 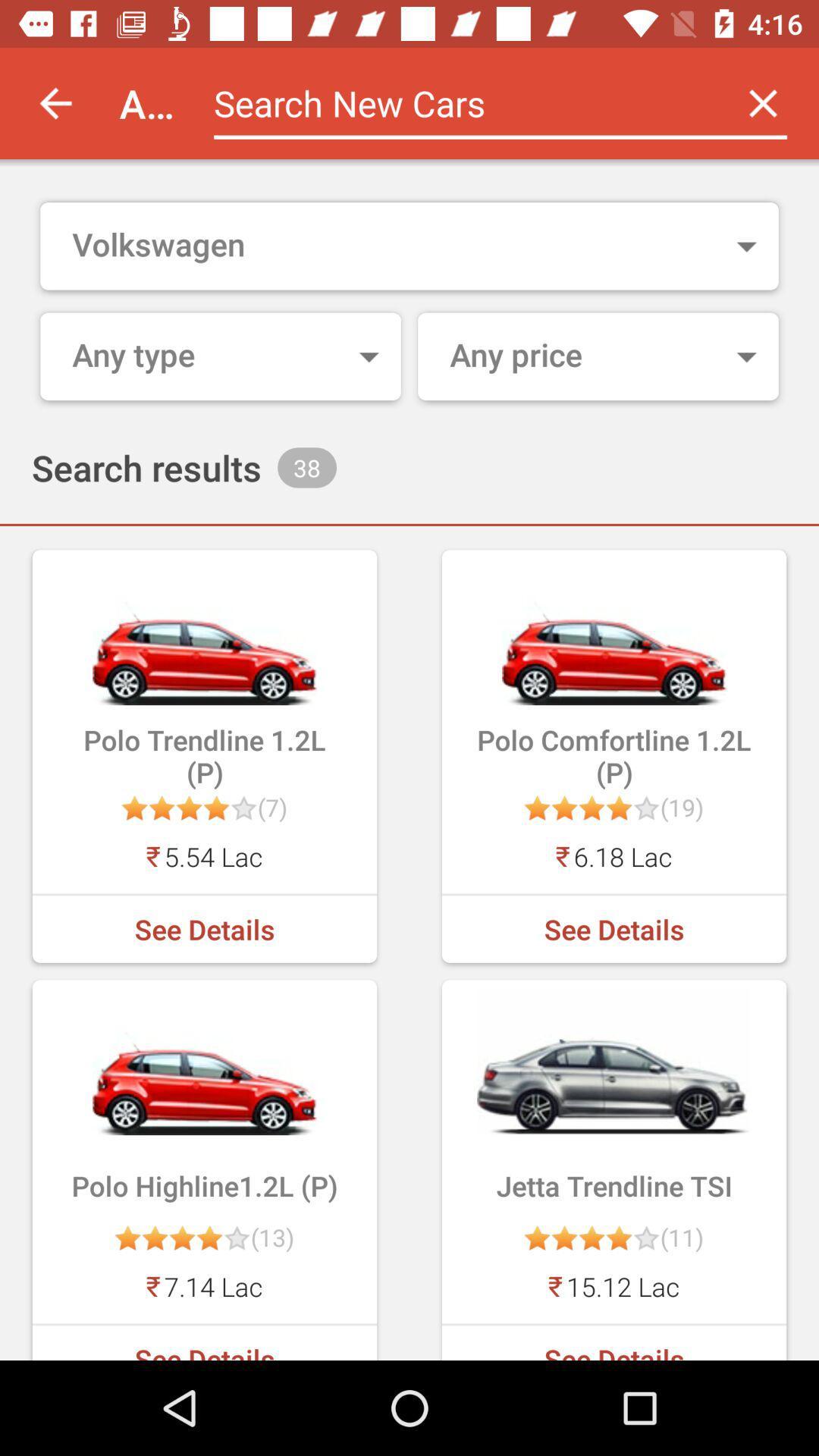 I want to click on searches for information, so click(x=460, y=102).